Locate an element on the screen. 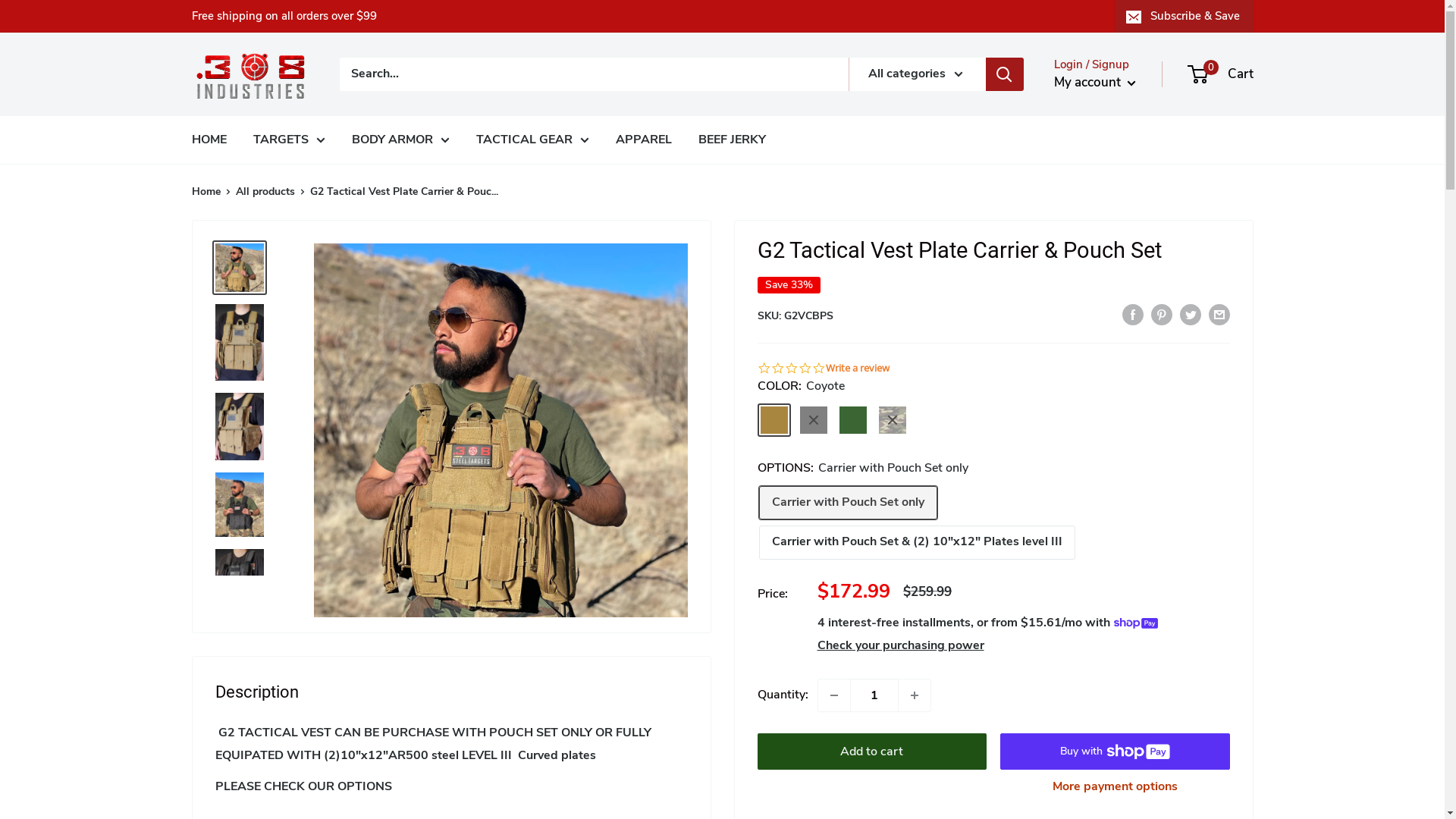  'My account' is located at coordinates (1095, 82).